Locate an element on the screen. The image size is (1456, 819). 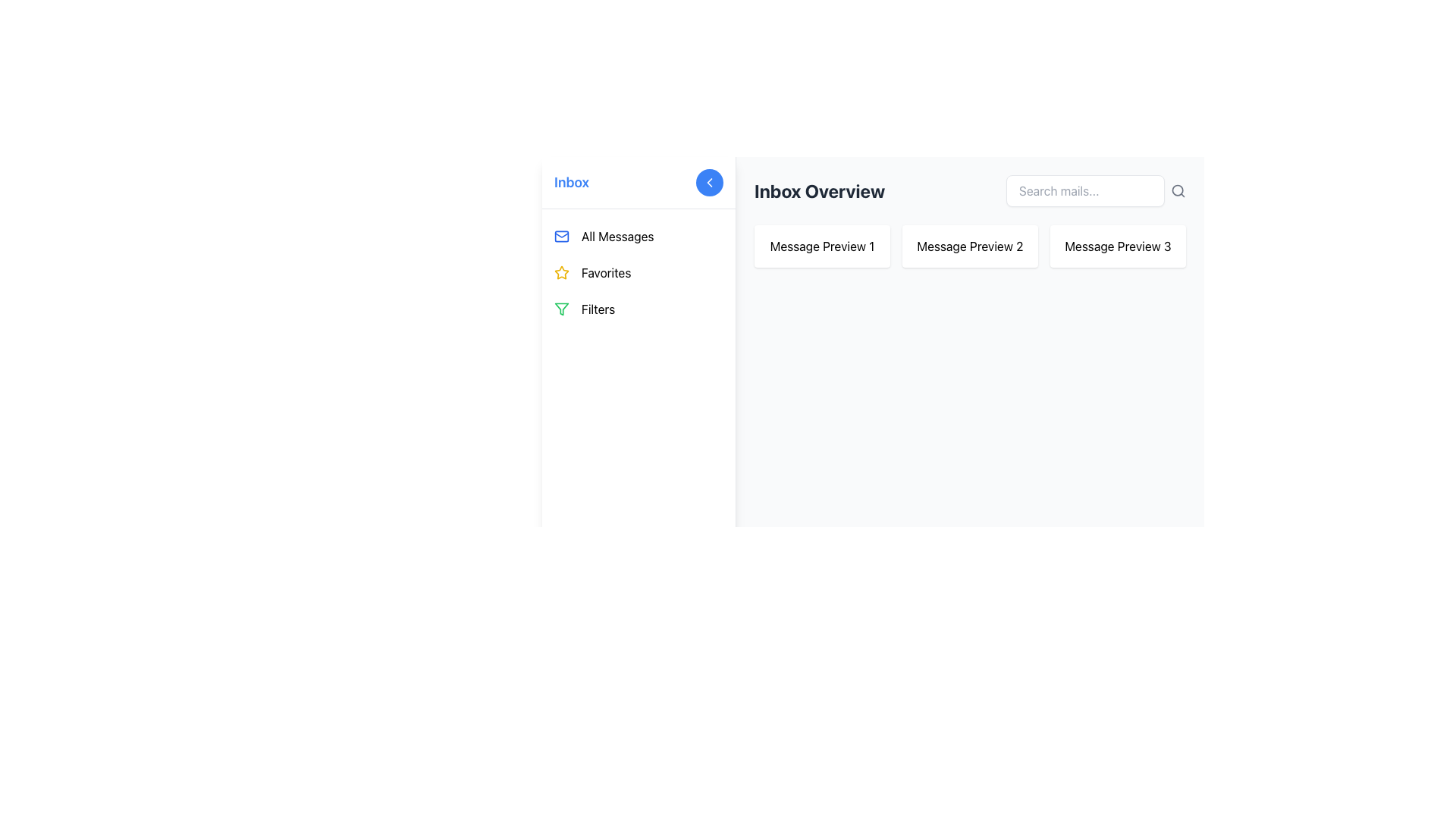
the primary rectangle of the envelope icon located beside the 'Inbox' text in the navigation menu is located at coordinates (560, 237).